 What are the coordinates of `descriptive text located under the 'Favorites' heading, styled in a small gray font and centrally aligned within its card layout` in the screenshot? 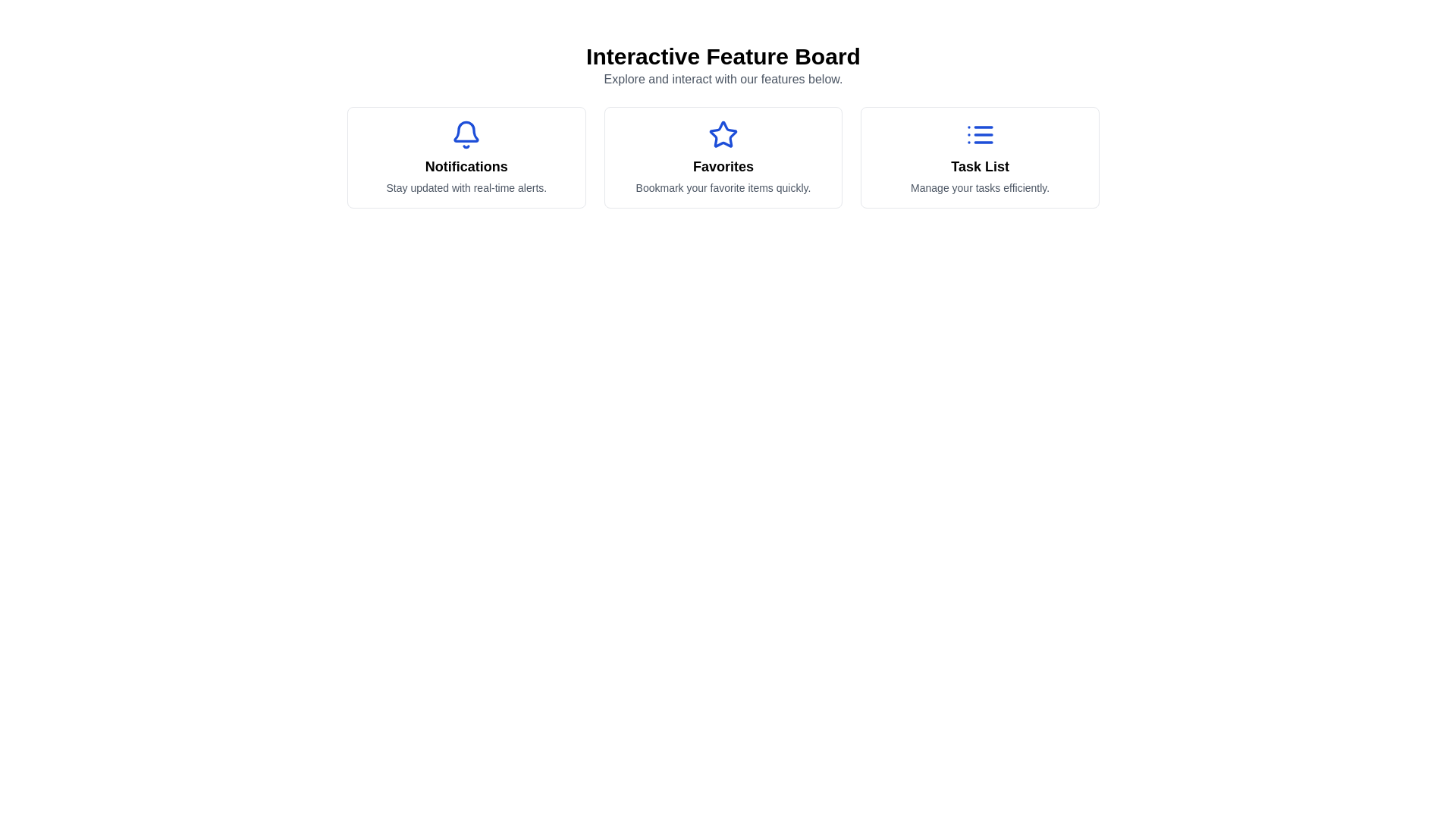 It's located at (723, 187).